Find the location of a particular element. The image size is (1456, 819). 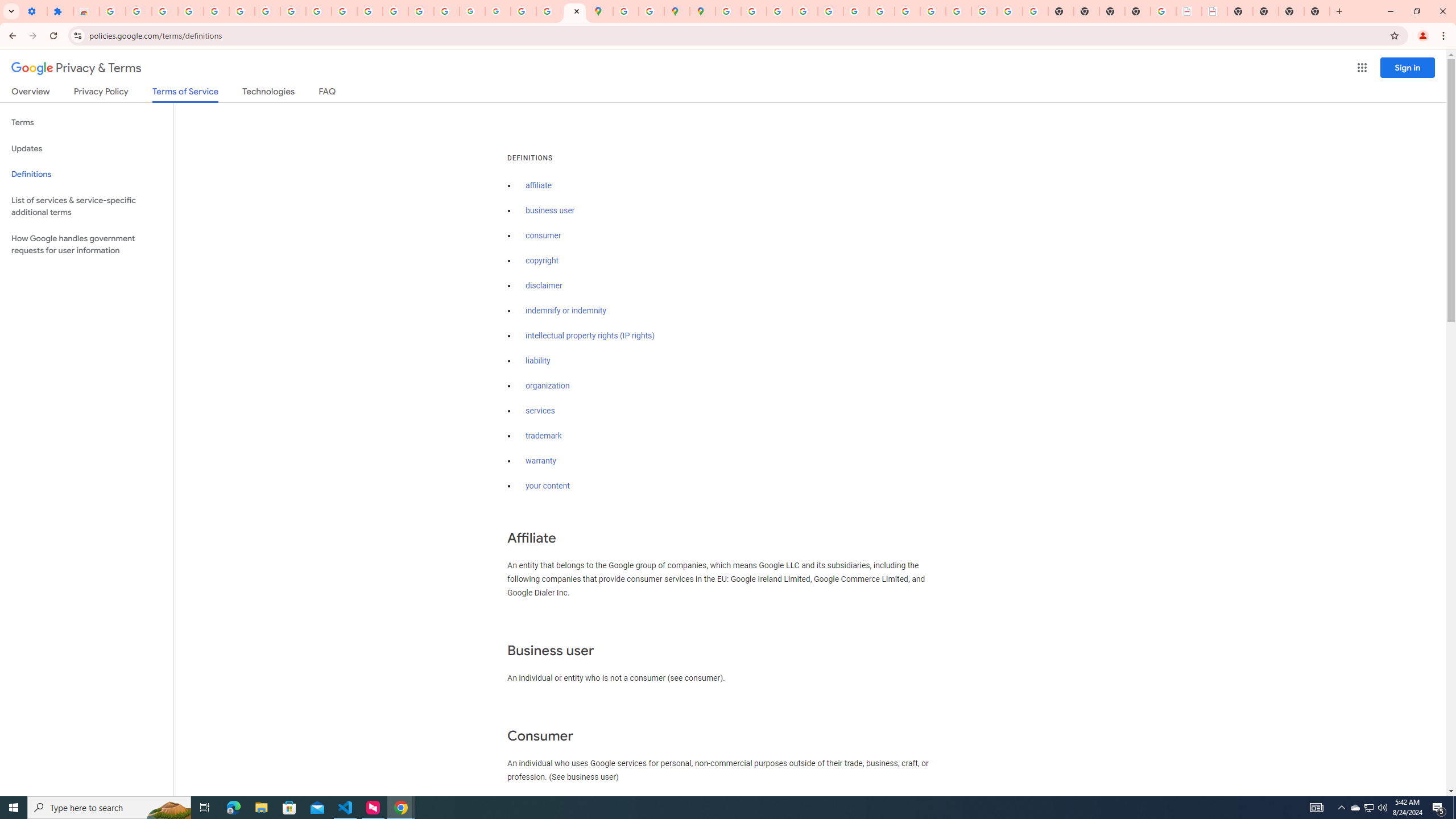

'business user' is located at coordinates (549, 210).